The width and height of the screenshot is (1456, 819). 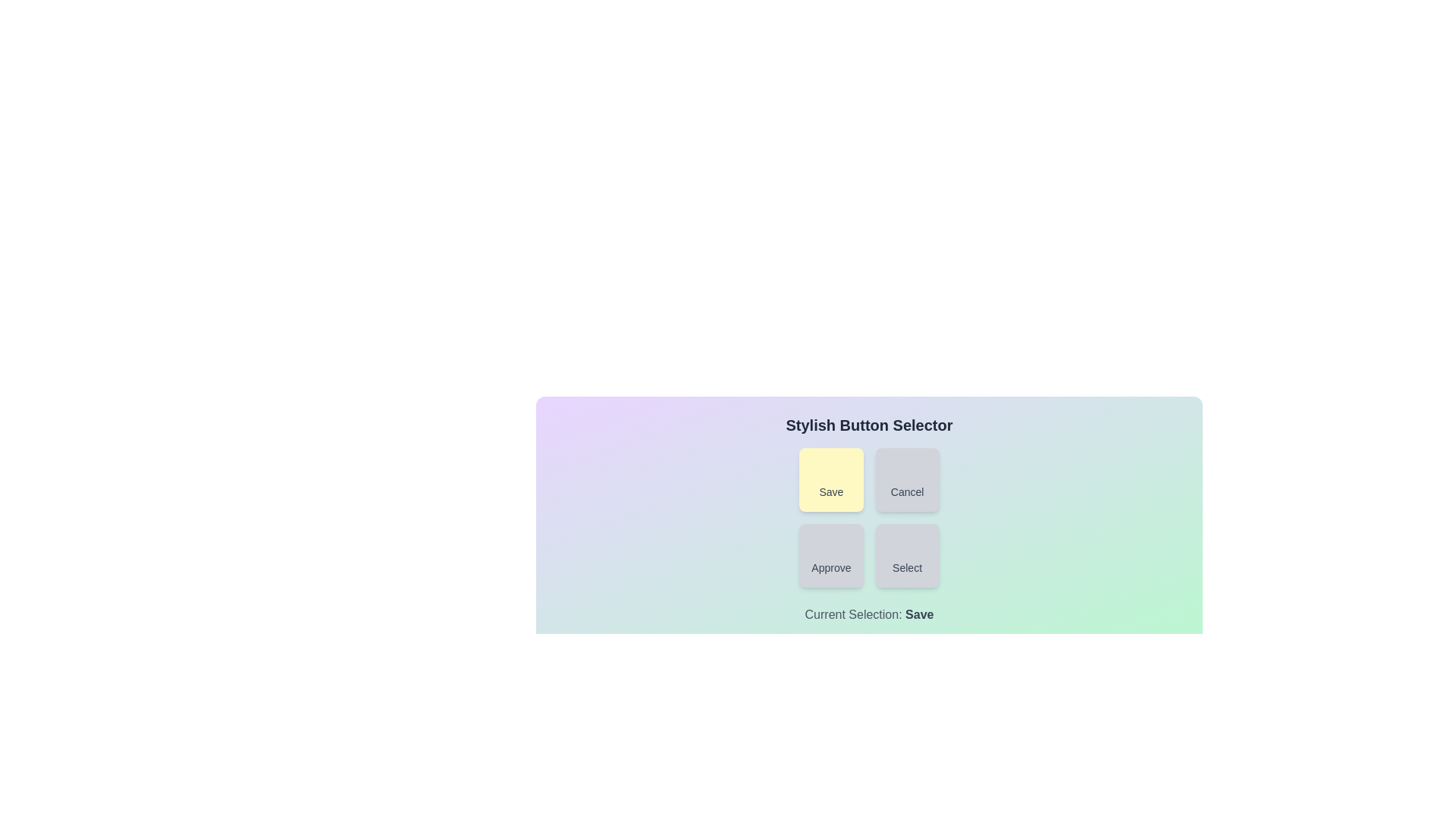 What do you see at coordinates (907, 479) in the screenshot?
I see `the Cancel button to change the current selection` at bounding box center [907, 479].